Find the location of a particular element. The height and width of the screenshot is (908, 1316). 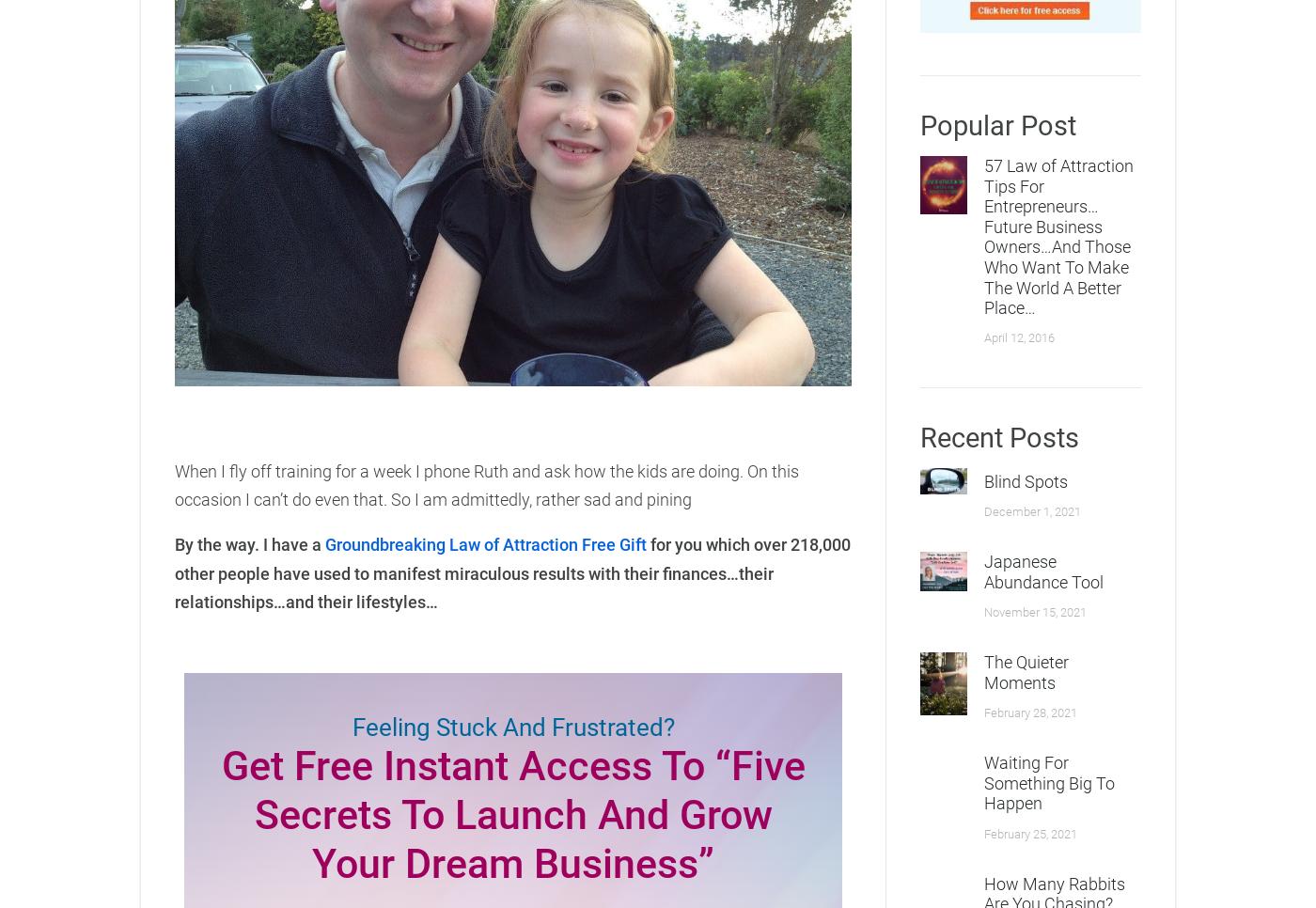

'Waiting For Something Big To Happen' is located at coordinates (1049, 781).